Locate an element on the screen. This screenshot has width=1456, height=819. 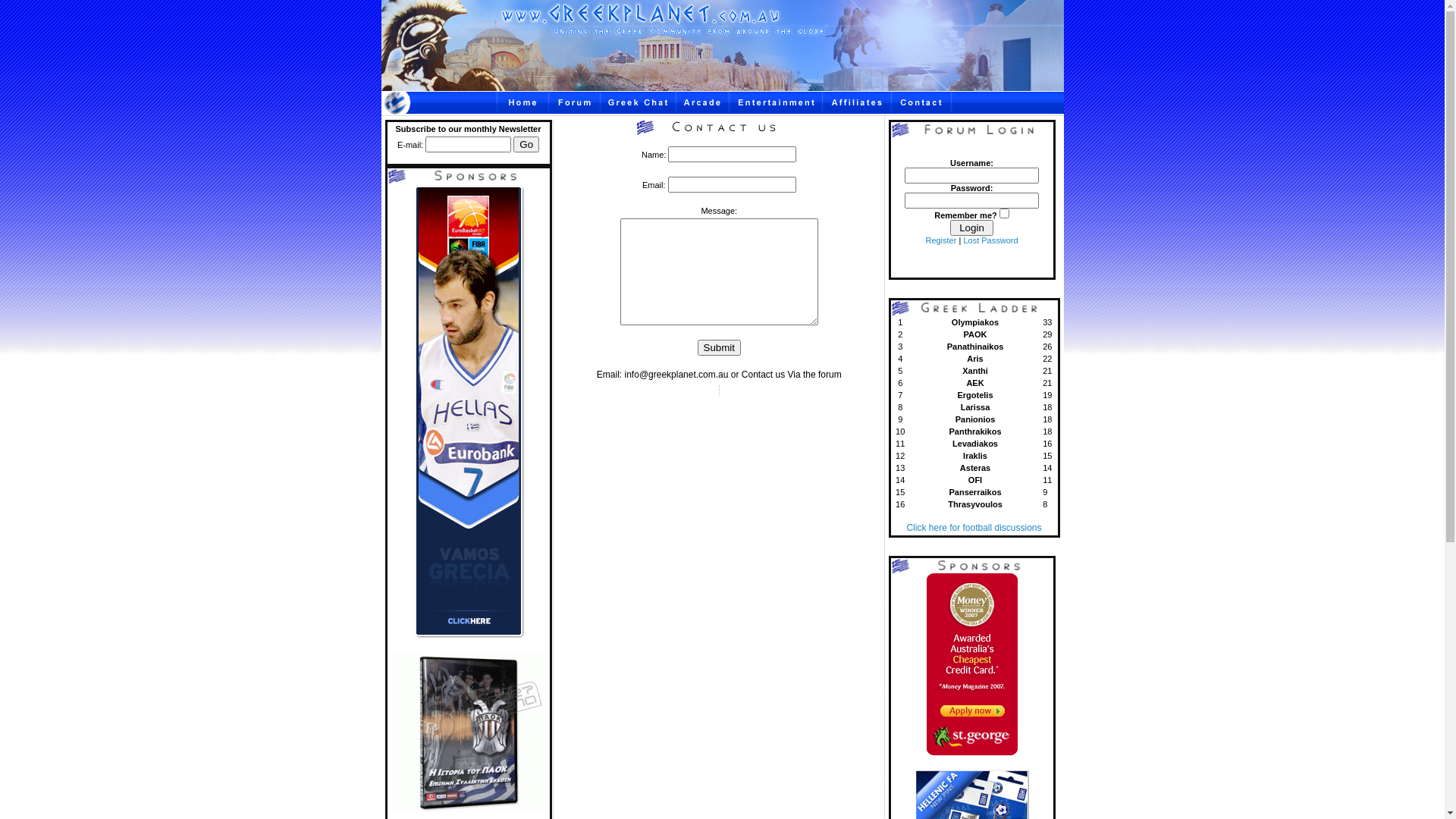
' Login ' is located at coordinates (949, 227).